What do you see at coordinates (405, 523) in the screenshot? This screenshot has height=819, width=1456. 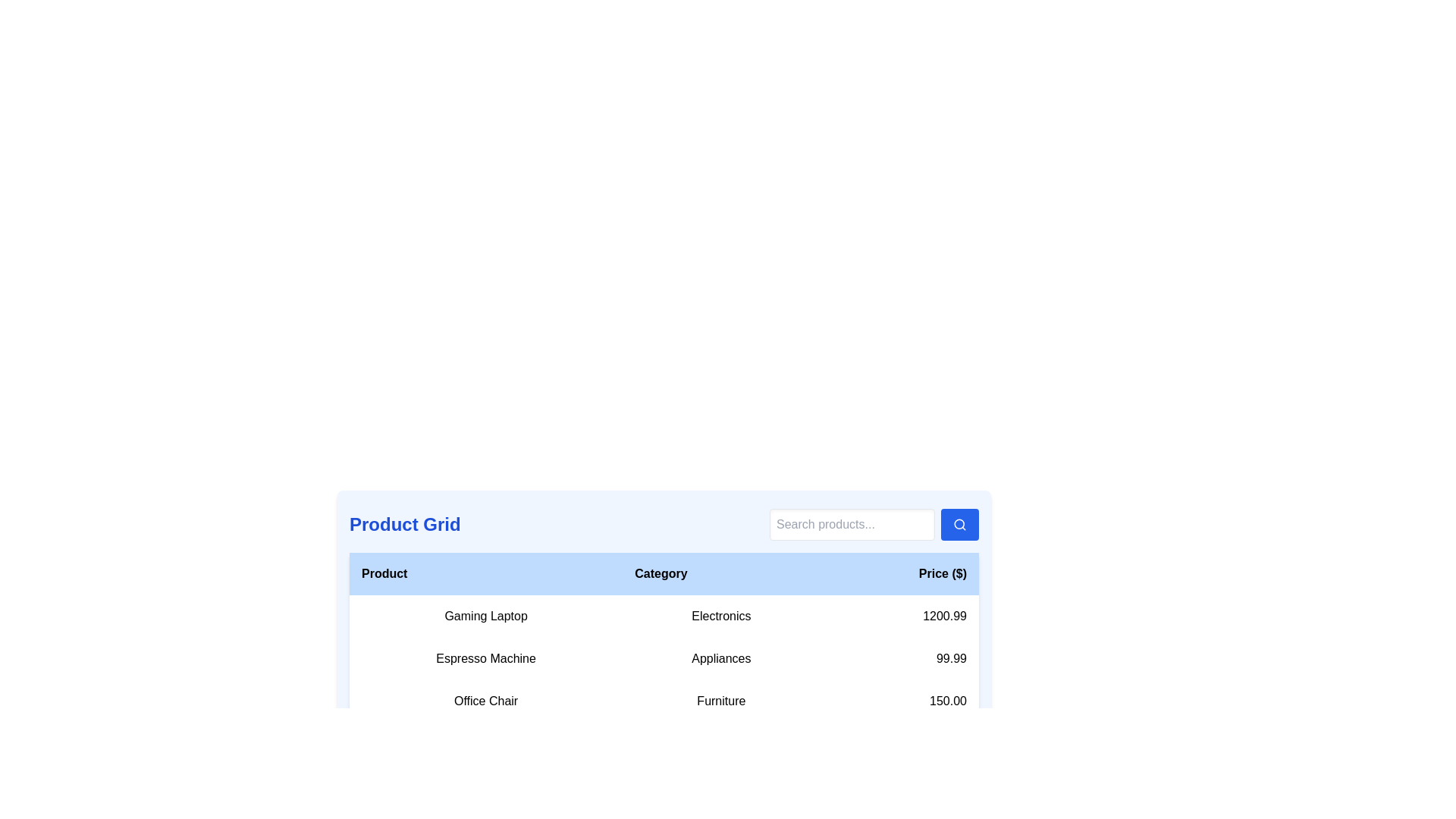 I see `the text label displaying 'Product Grid' in bold, large blue font located at the top-left side of the section` at bounding box center [405, 523].